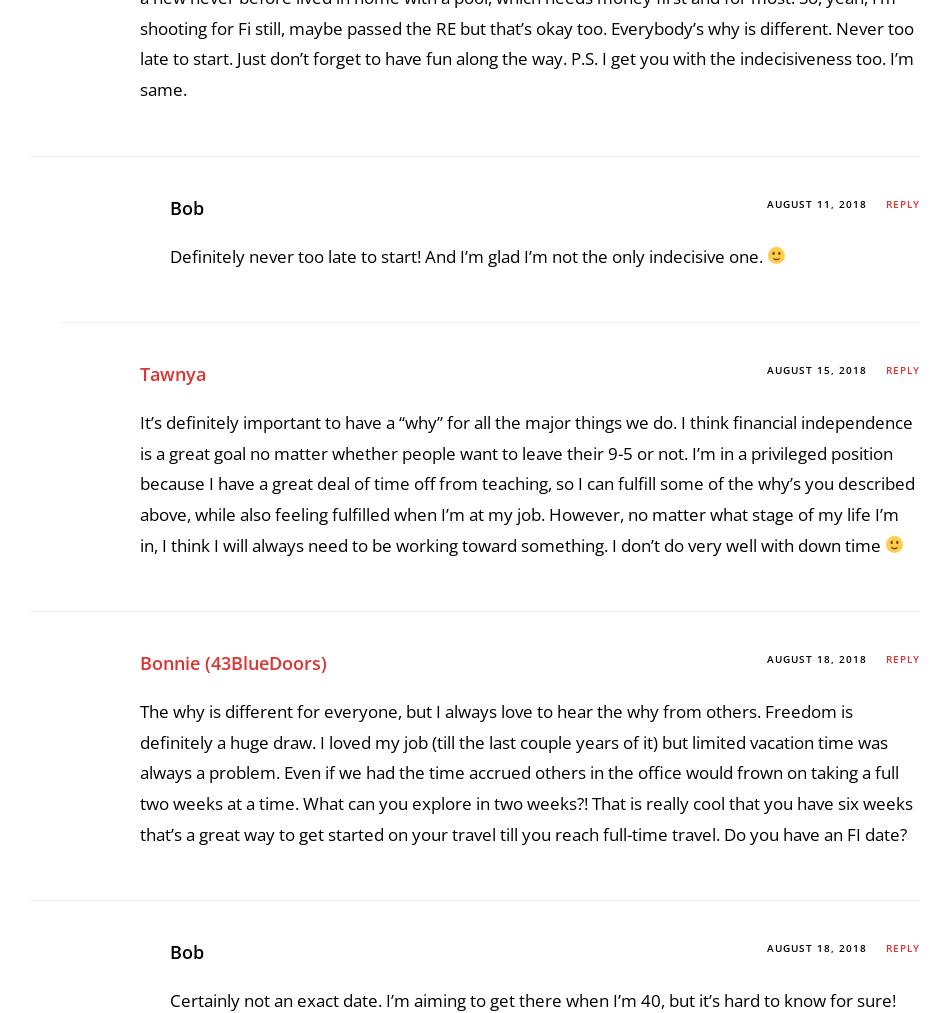  I want to click on 'It’s such a freeing thing to achieve. I hope you get there ASAP!', so click(407, 363).